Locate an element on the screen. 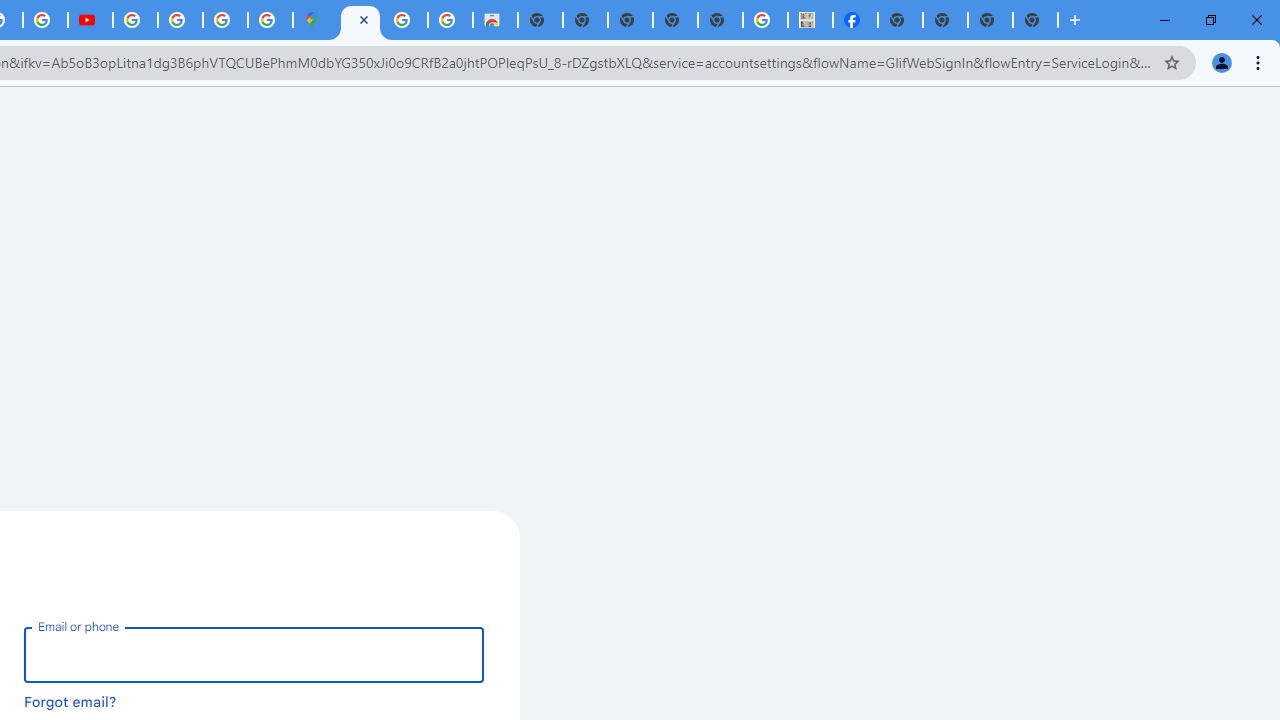 The width and height of the screenshot is (1280, 720). 'Forgot email?' is located at coordinates (70, 700).